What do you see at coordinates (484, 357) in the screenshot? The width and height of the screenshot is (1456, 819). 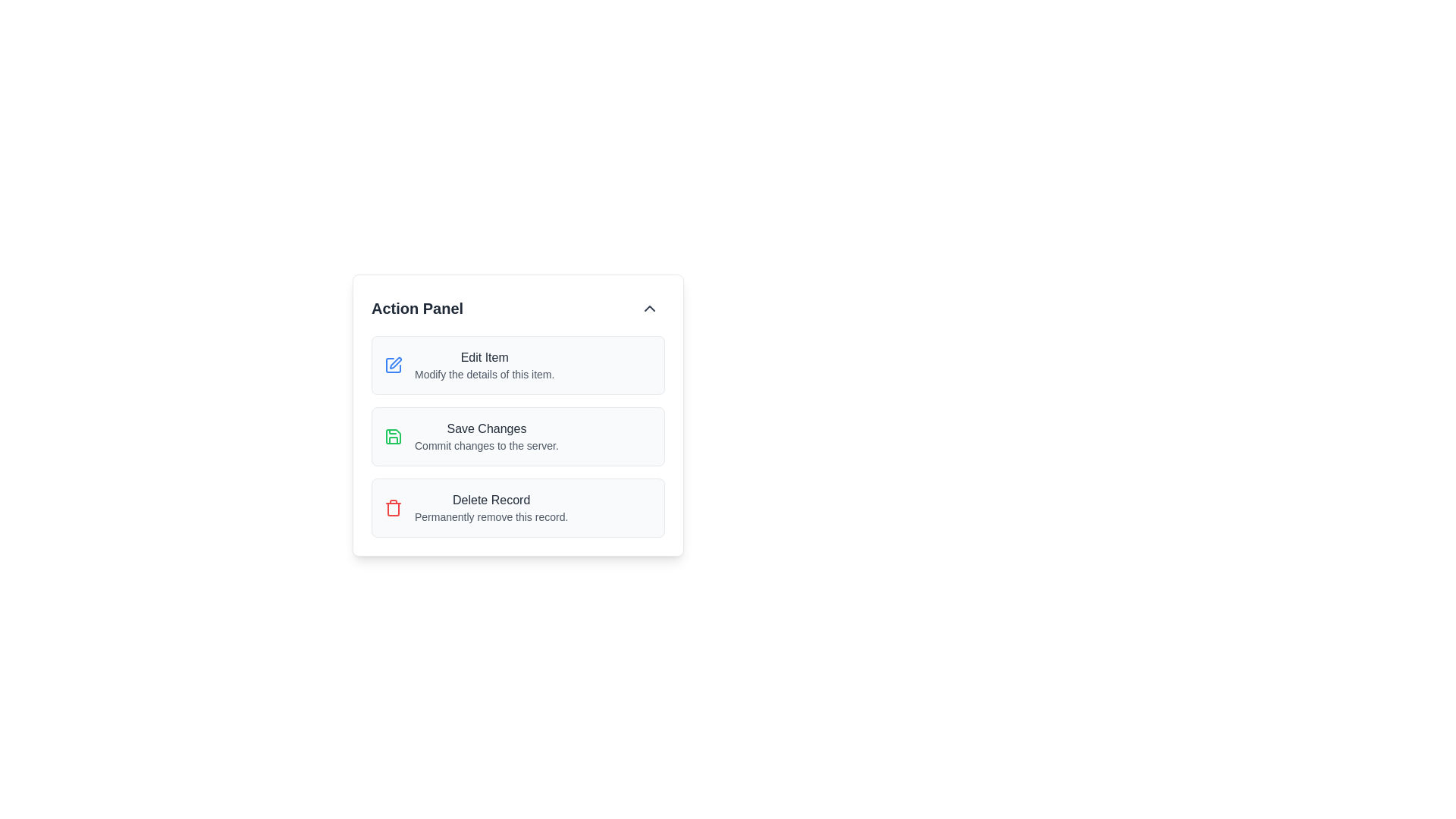 I see `the Text label that serves as the title for the 'Edit Item' action, located in the 'Action Panel' section, above supporting text and left-aligned with the 'Edit' icon` at bounding box center [484, 357].